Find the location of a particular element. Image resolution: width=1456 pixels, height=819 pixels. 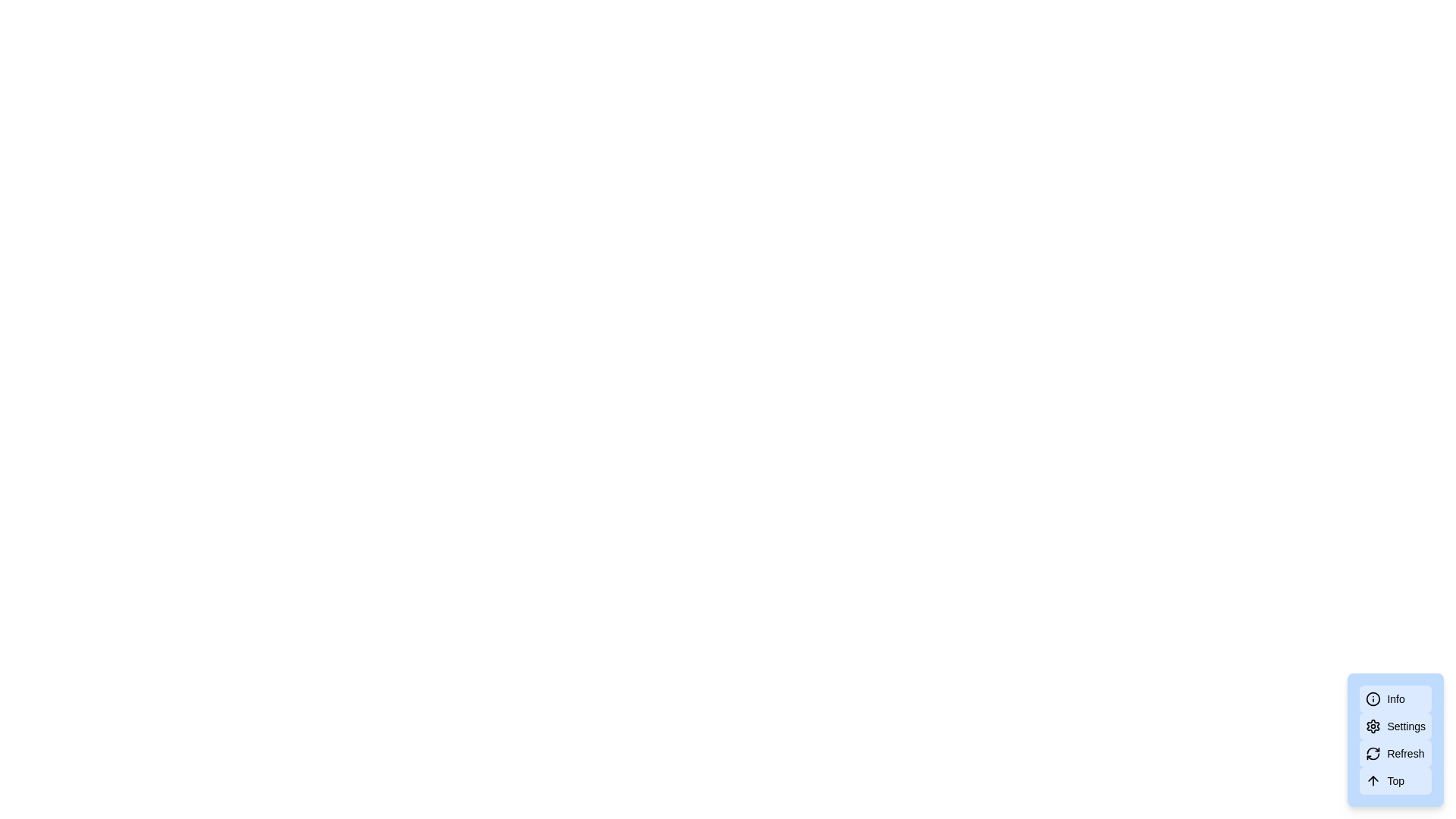

the light blue button labeled 'Top' with an upward-pointing arrow icon to trigger potential hover effects is located at coordinates (1395, 780).